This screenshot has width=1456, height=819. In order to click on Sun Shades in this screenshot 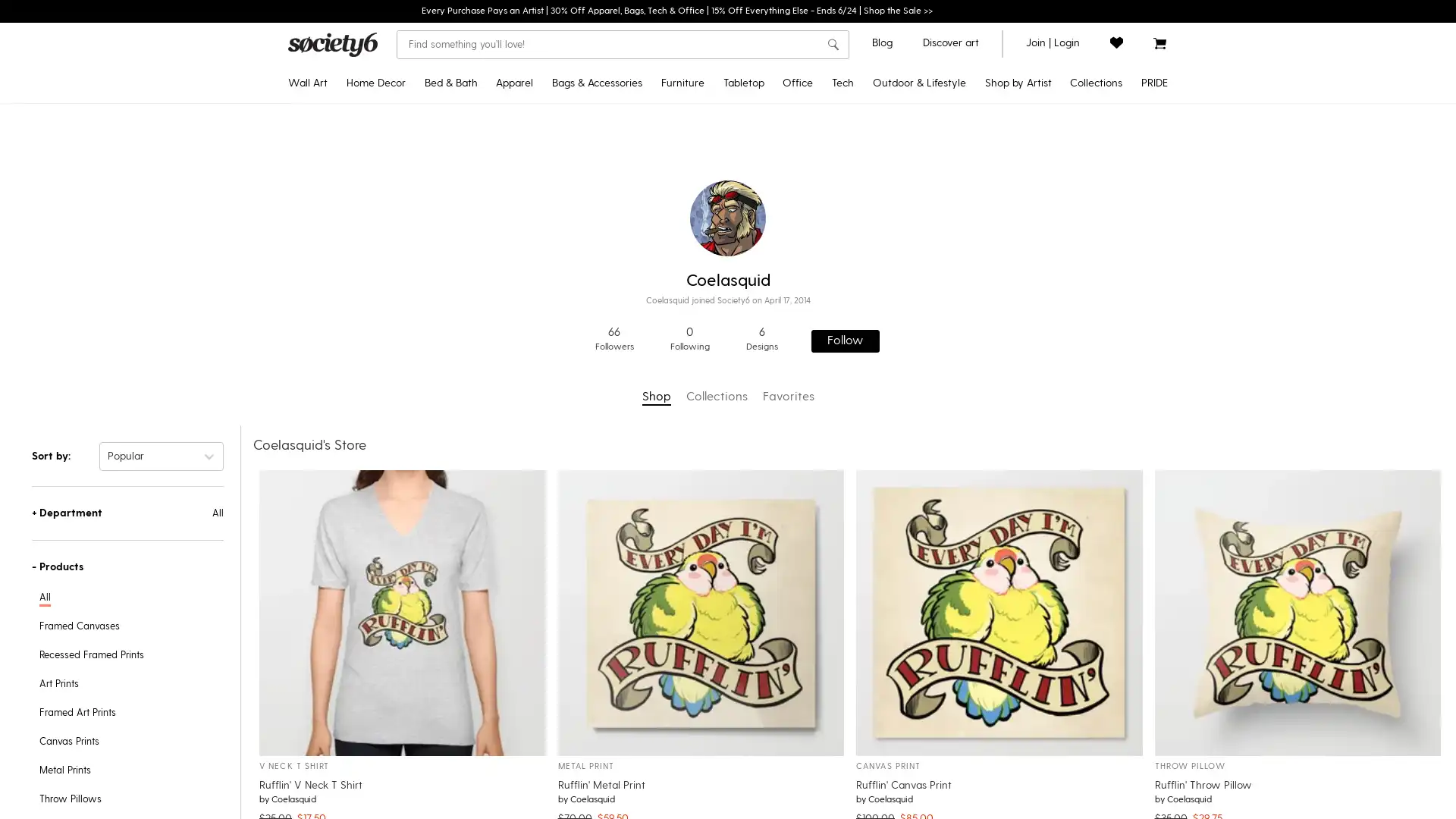, I will do `click(939, 463)`.